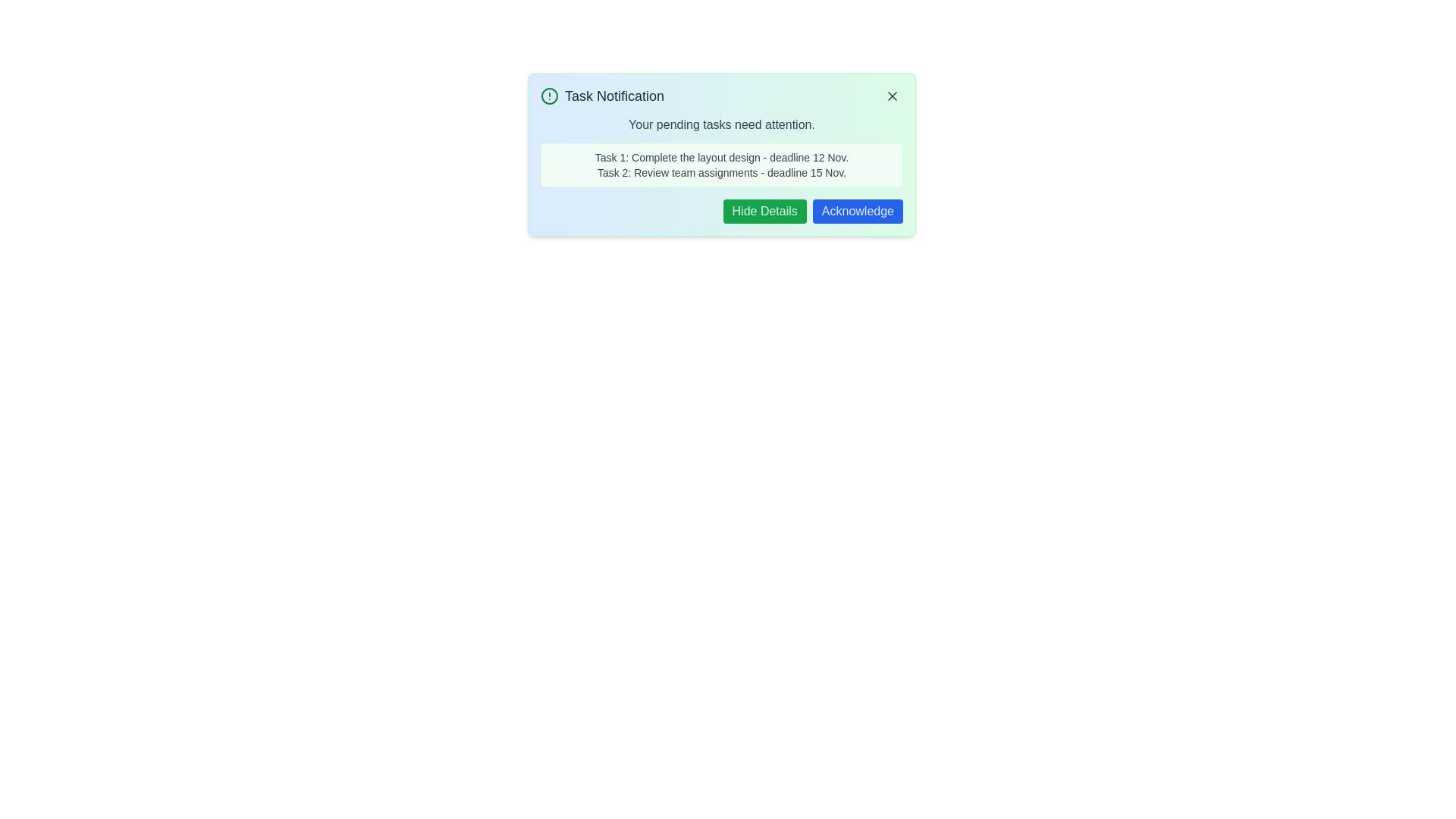  What do you see at coordinates (764, 211) in the screenshot?
I see `the 'Hide Details' button to toggle the visibility of task details` at bounding box center [764, 211].